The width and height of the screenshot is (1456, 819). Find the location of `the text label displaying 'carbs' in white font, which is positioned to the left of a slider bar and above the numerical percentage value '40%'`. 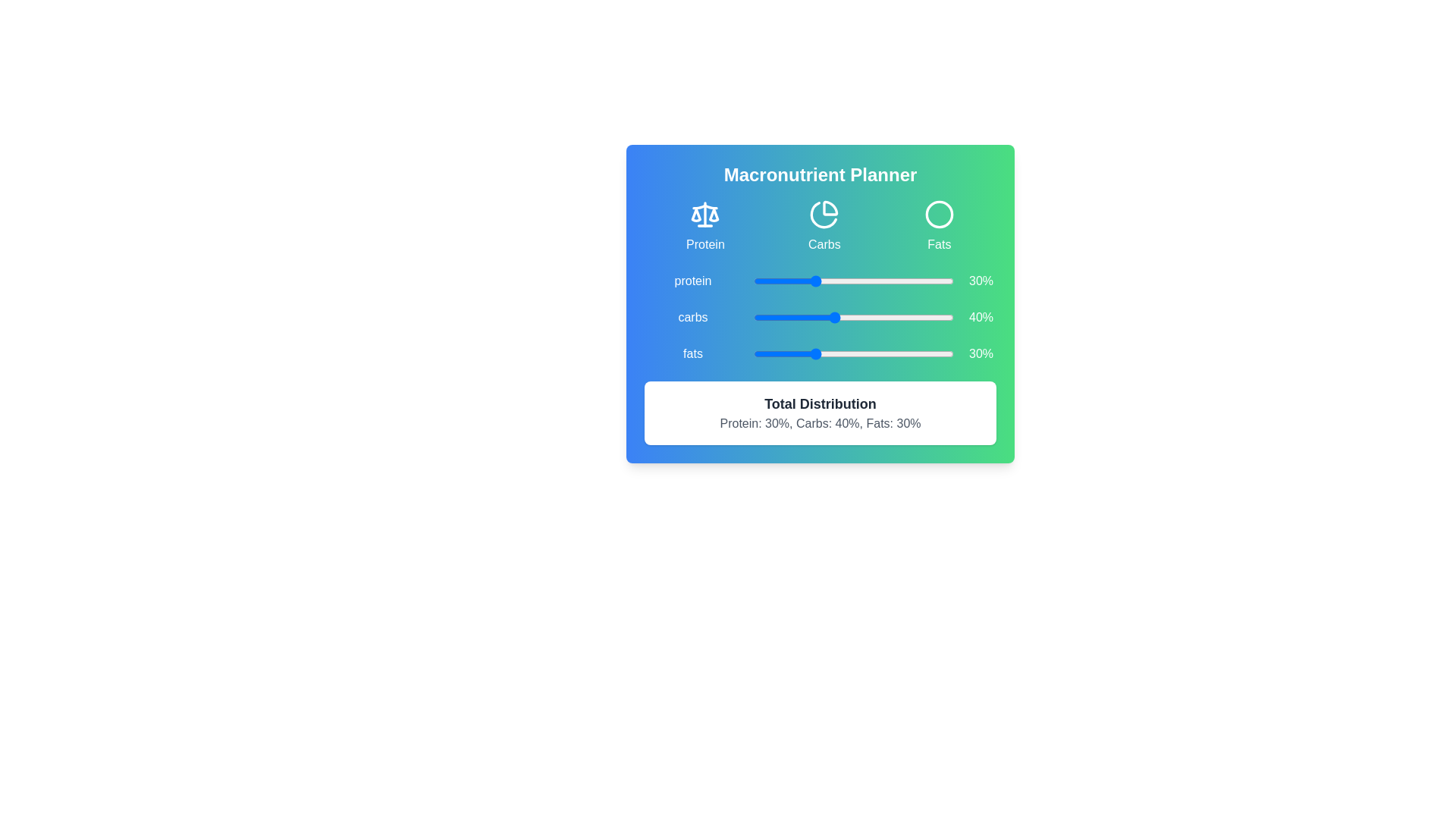

the text label displaying 'carbs' in white font, which is positioned to the left of a slider bar and above the numerical percentage value '40%' is located at coordinates (692, 317).